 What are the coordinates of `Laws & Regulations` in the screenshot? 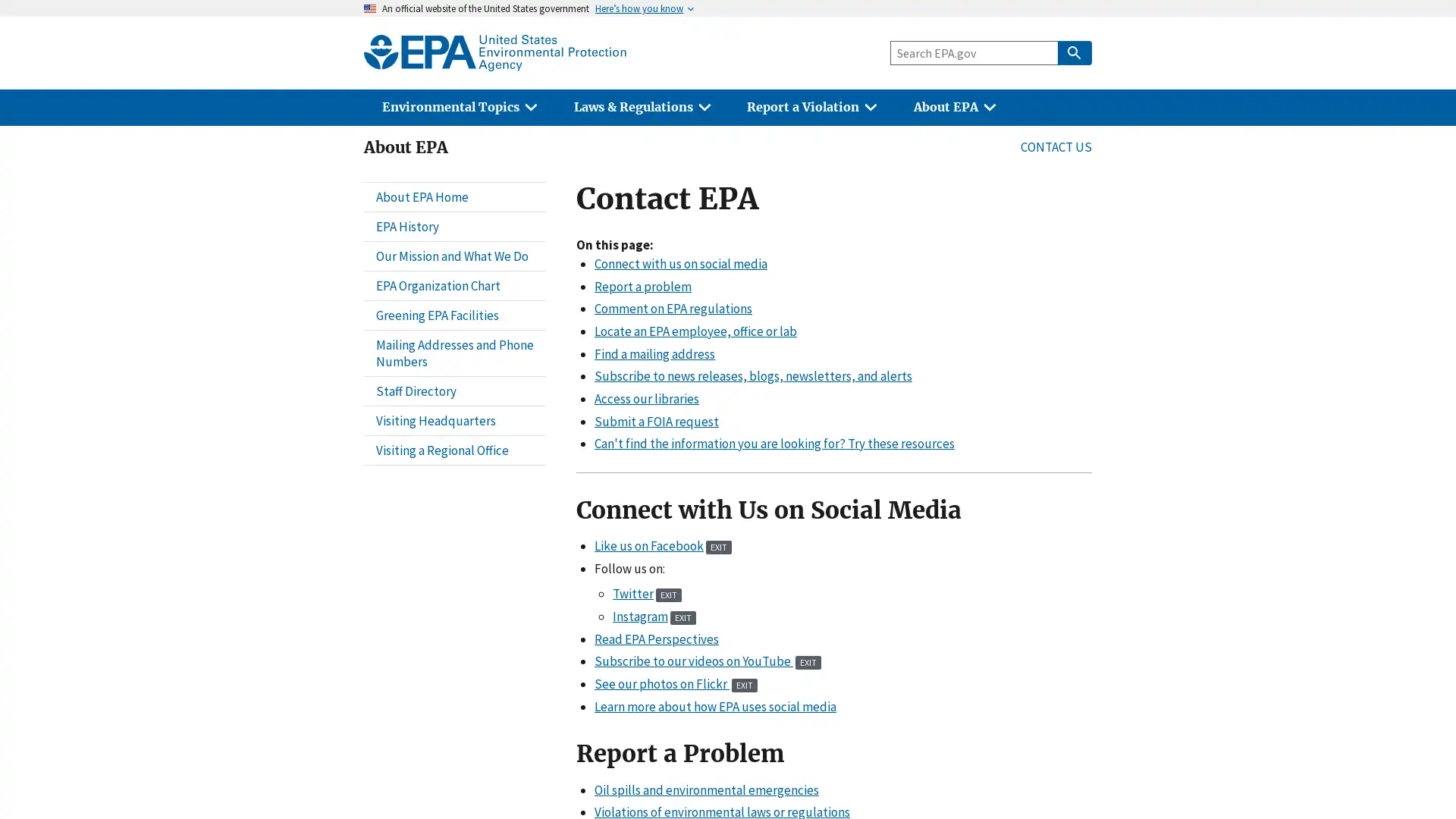 It's located at (642, 107).